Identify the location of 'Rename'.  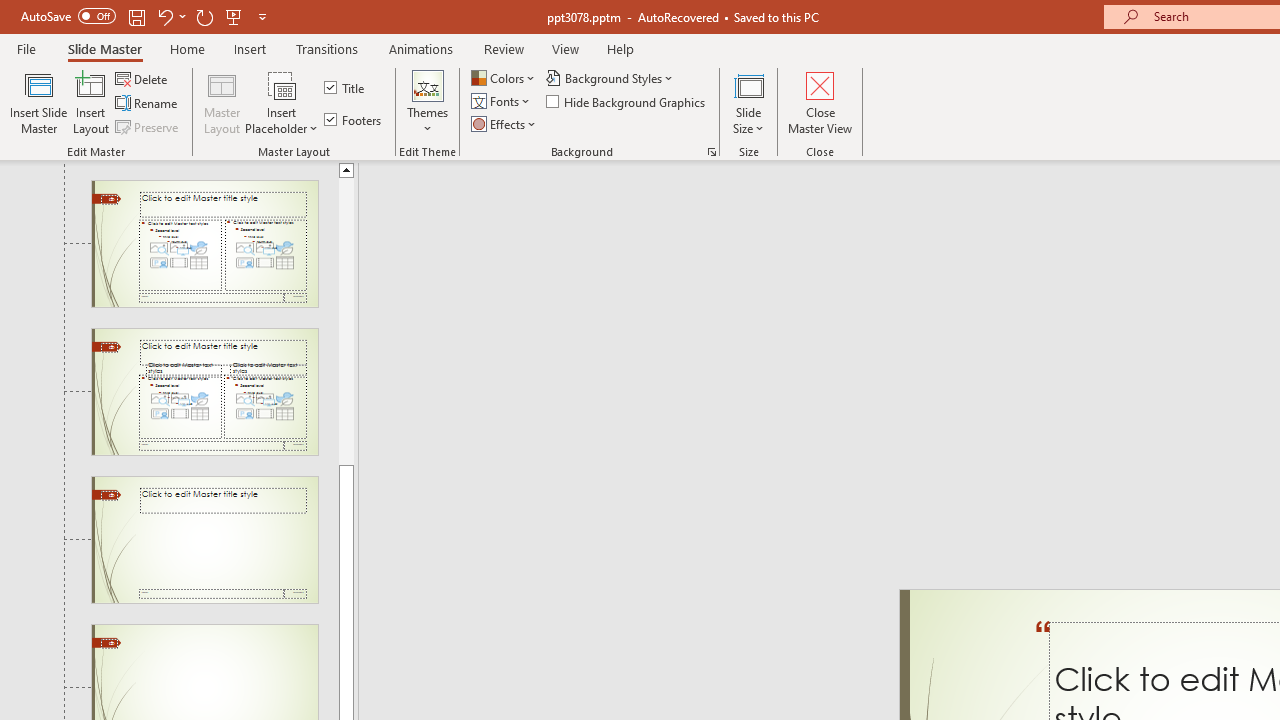
(147, 103).